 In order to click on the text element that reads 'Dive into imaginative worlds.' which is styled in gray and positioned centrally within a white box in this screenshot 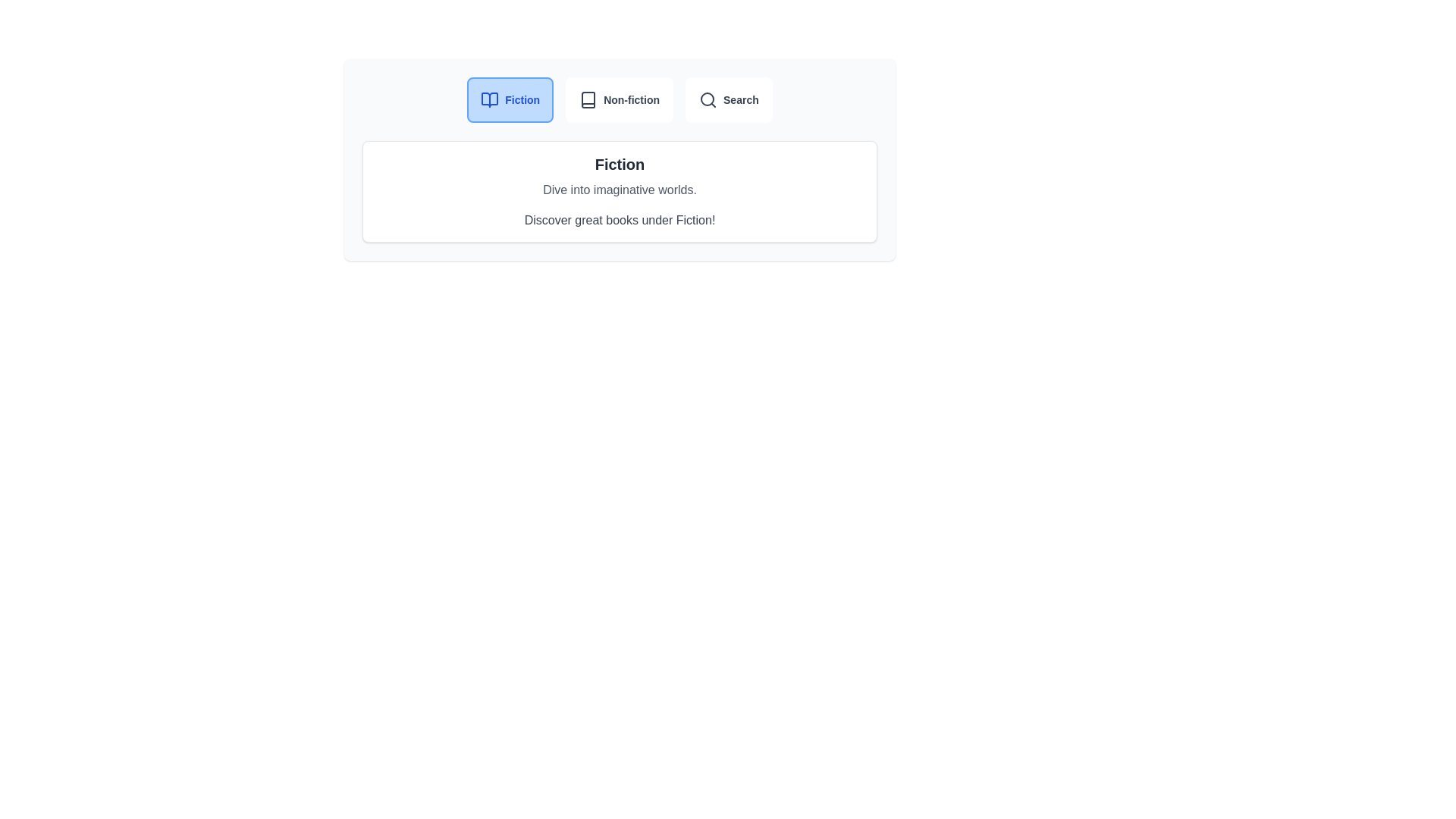, I will do `click(620, 189)`.